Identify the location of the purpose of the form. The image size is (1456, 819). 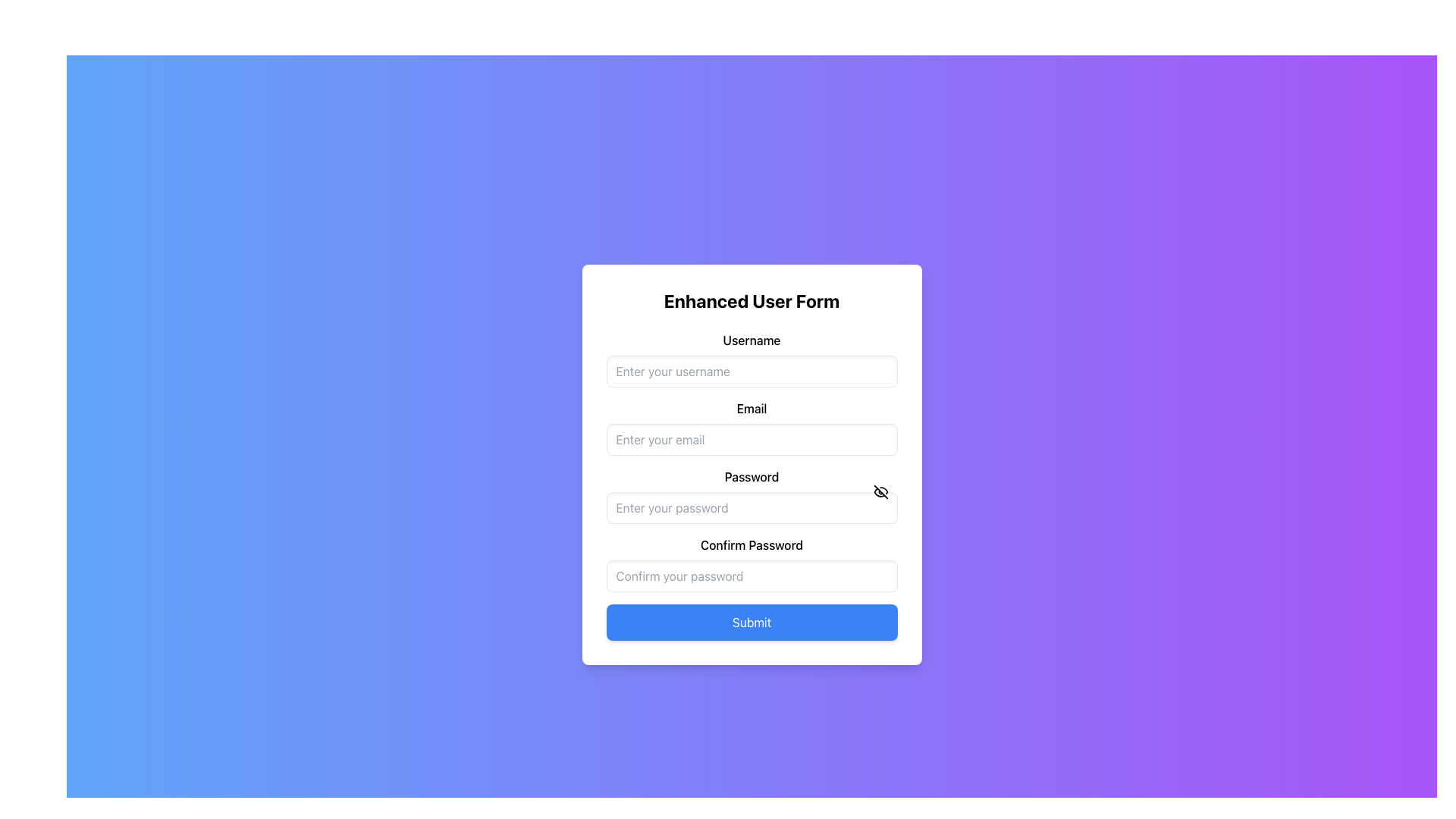
(752, 301).